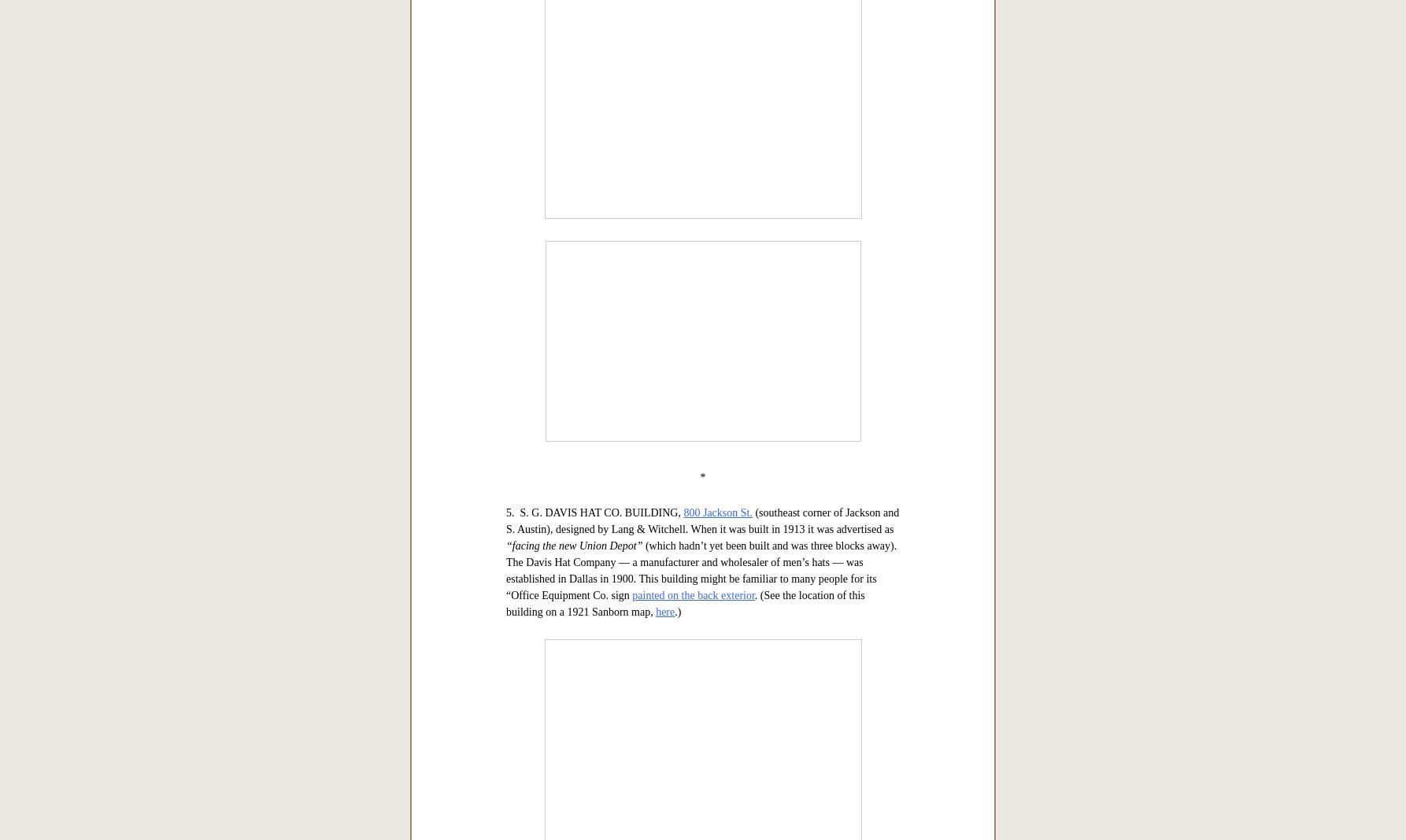 The width and height of the screenshot is (1406, 840). I want to click on '*', so click(701, 194).